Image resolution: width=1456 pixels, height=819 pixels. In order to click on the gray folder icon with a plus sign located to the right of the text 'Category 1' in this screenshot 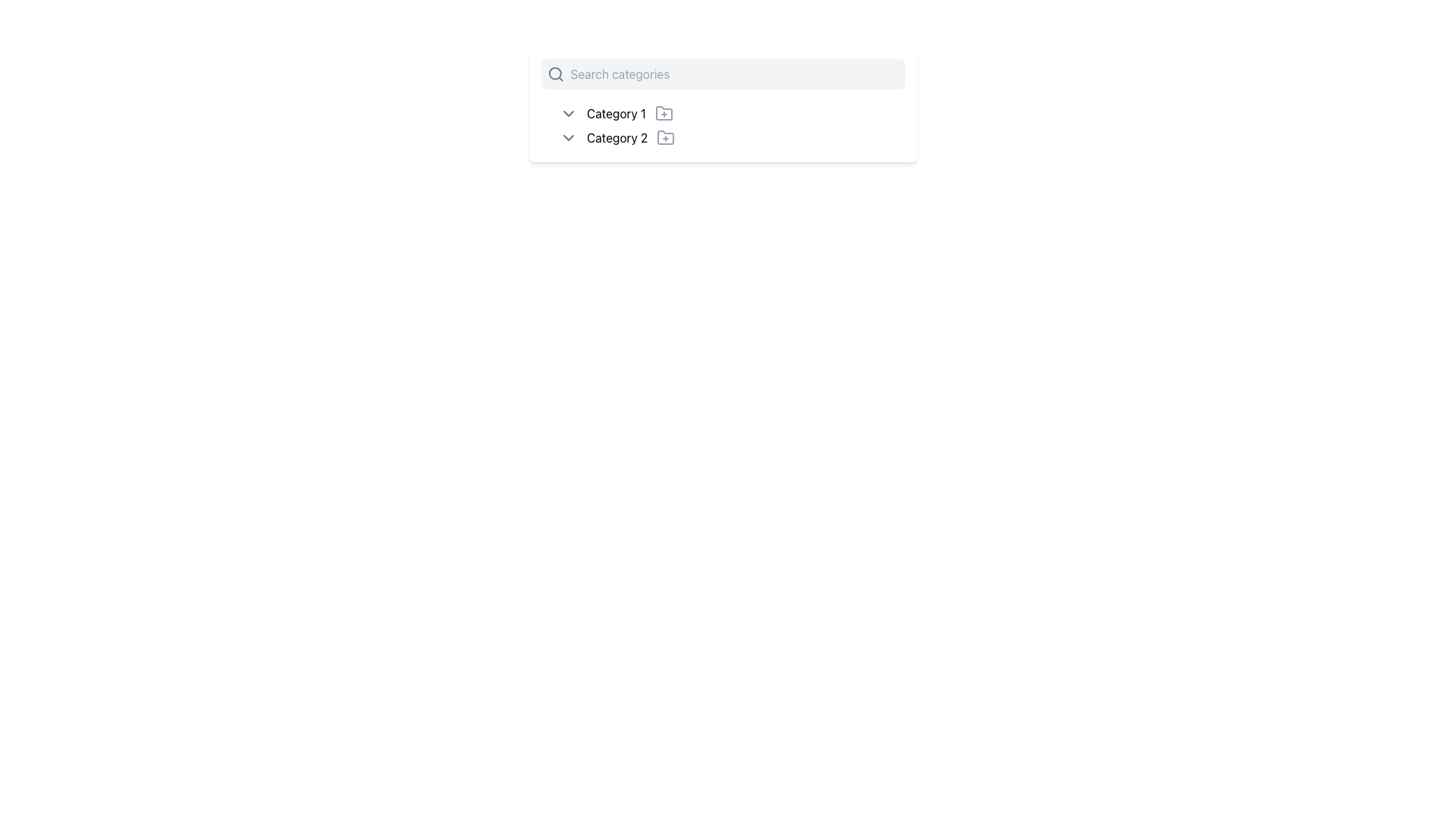, I will do `click(664, 113)`.